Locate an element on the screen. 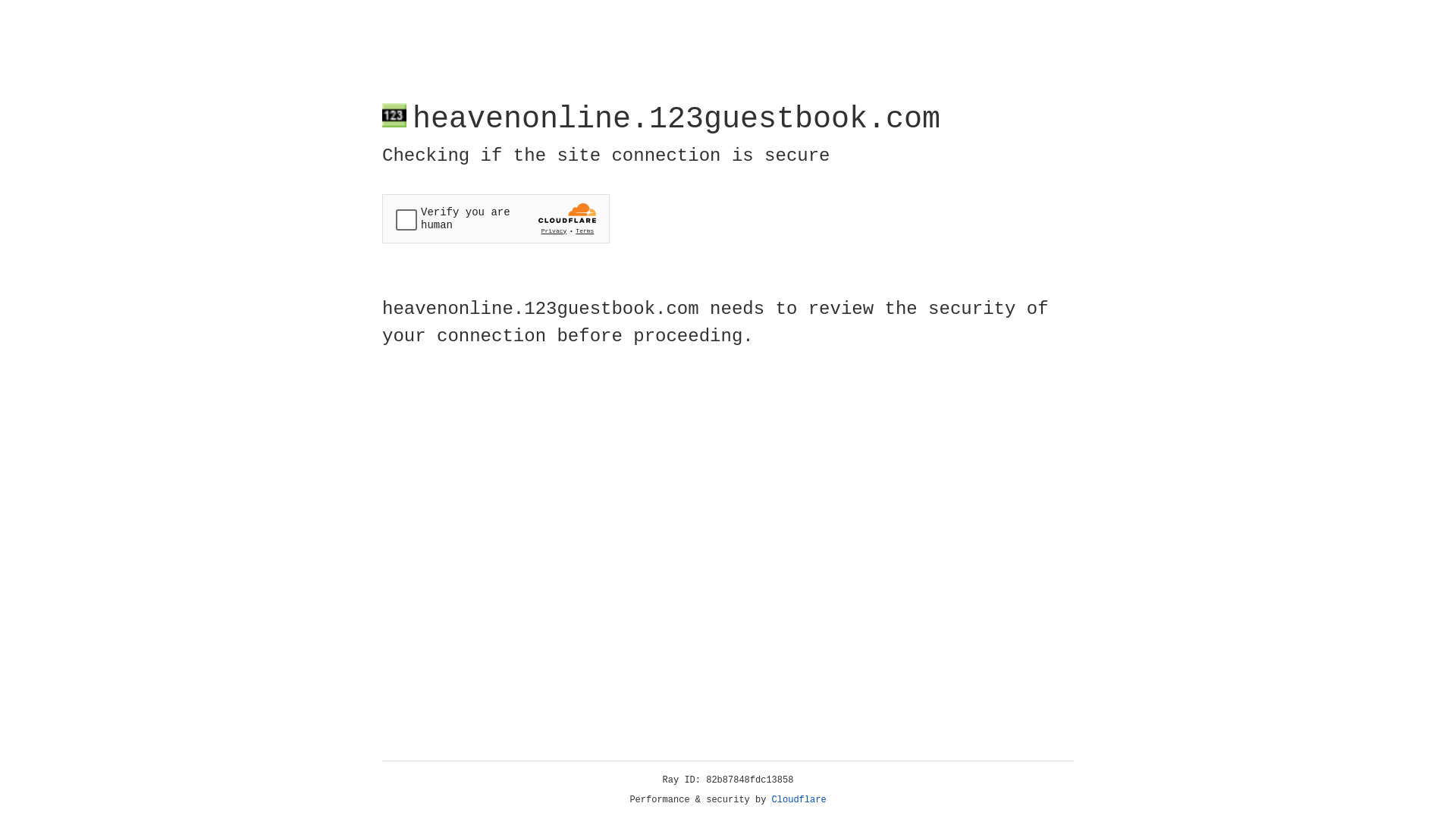 This screenshot has width=1456, height=819. 'Cloudflare' is located at coordinates (799, 799).